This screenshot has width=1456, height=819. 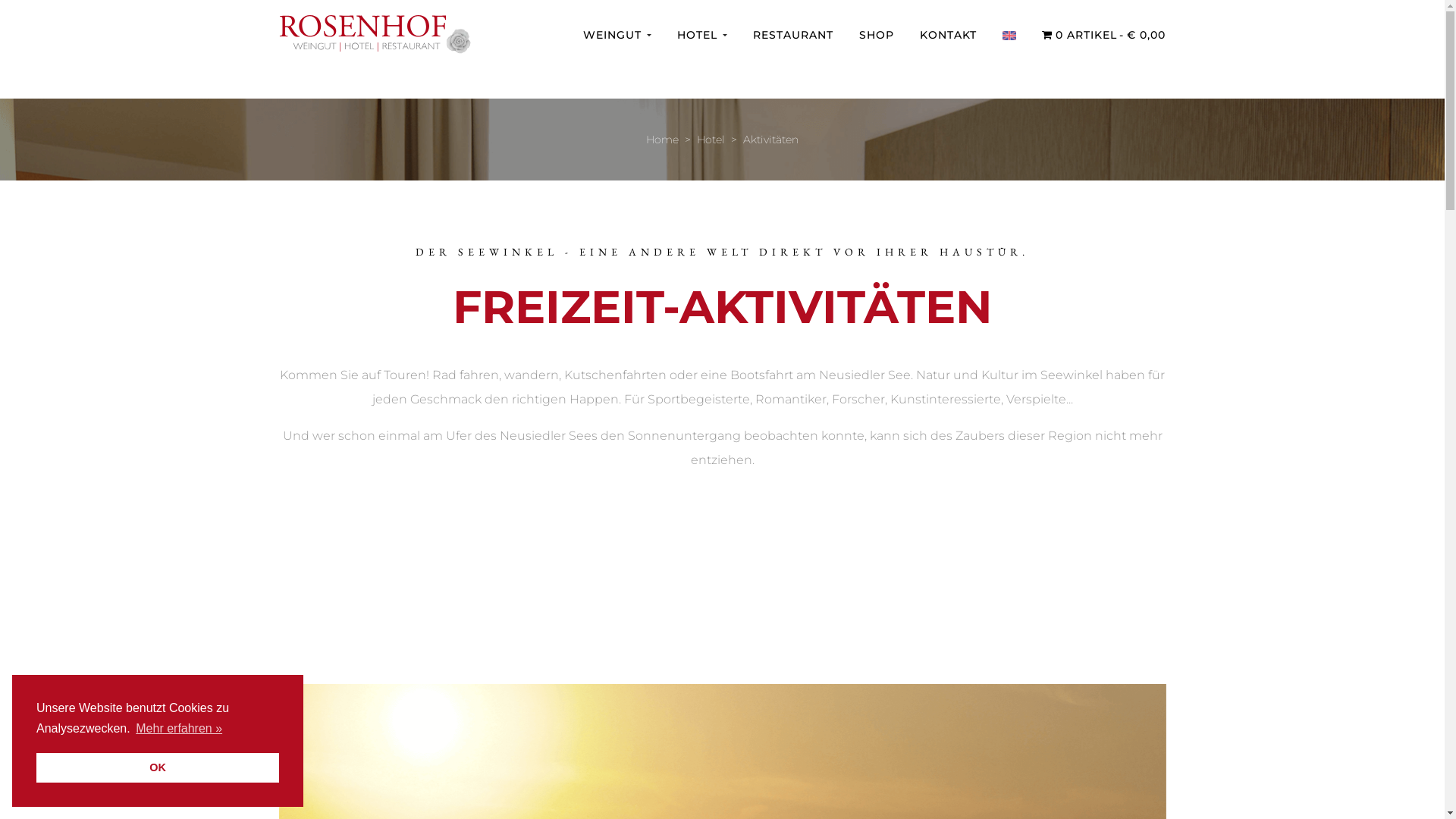 What do you see at coordinates (701, 34) in the screenshot?
I see `'HOTEL'` at bounding box center [701, 34].